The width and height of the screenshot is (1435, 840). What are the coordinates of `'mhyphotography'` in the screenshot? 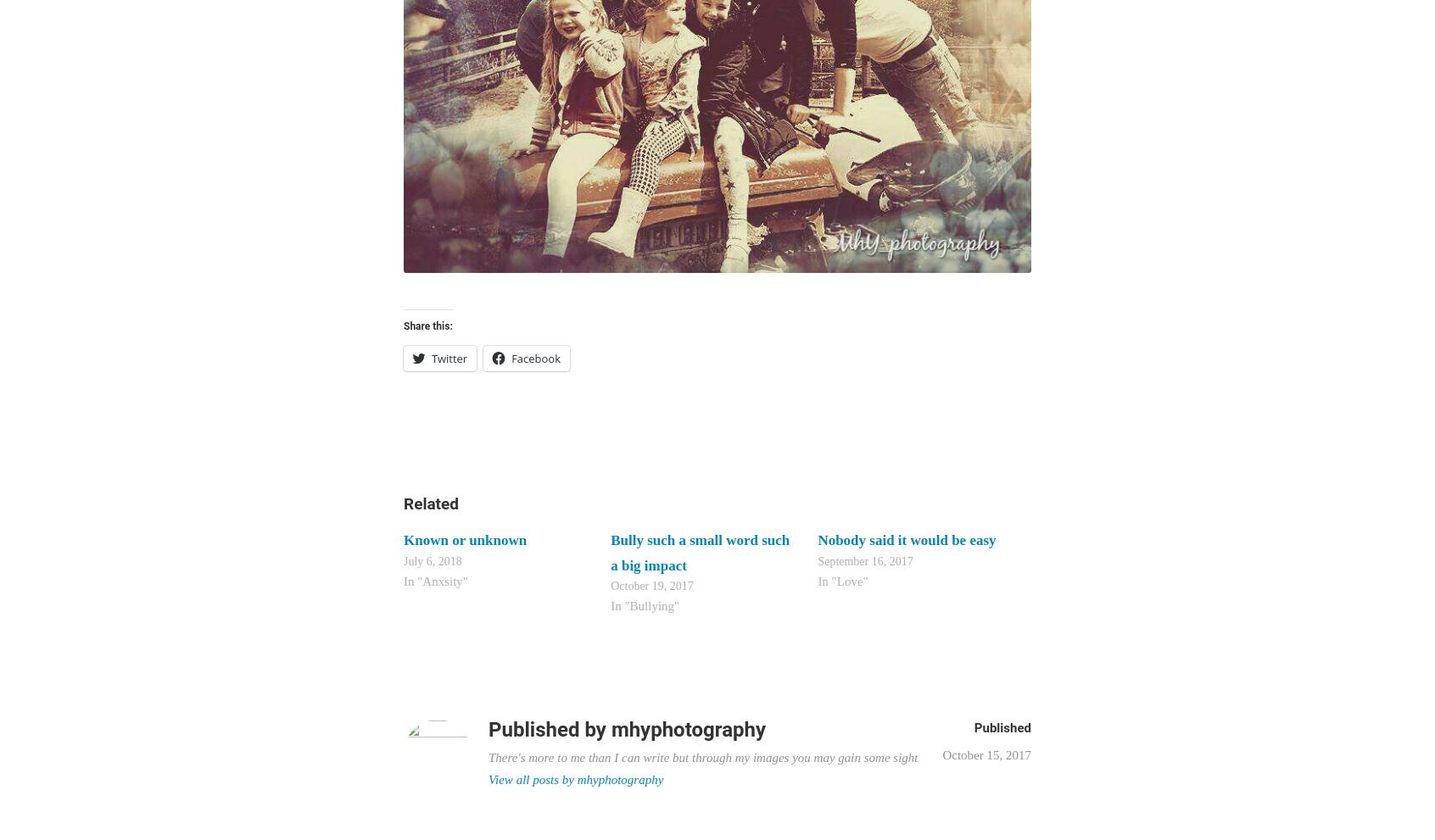 It's located at (688, 729).